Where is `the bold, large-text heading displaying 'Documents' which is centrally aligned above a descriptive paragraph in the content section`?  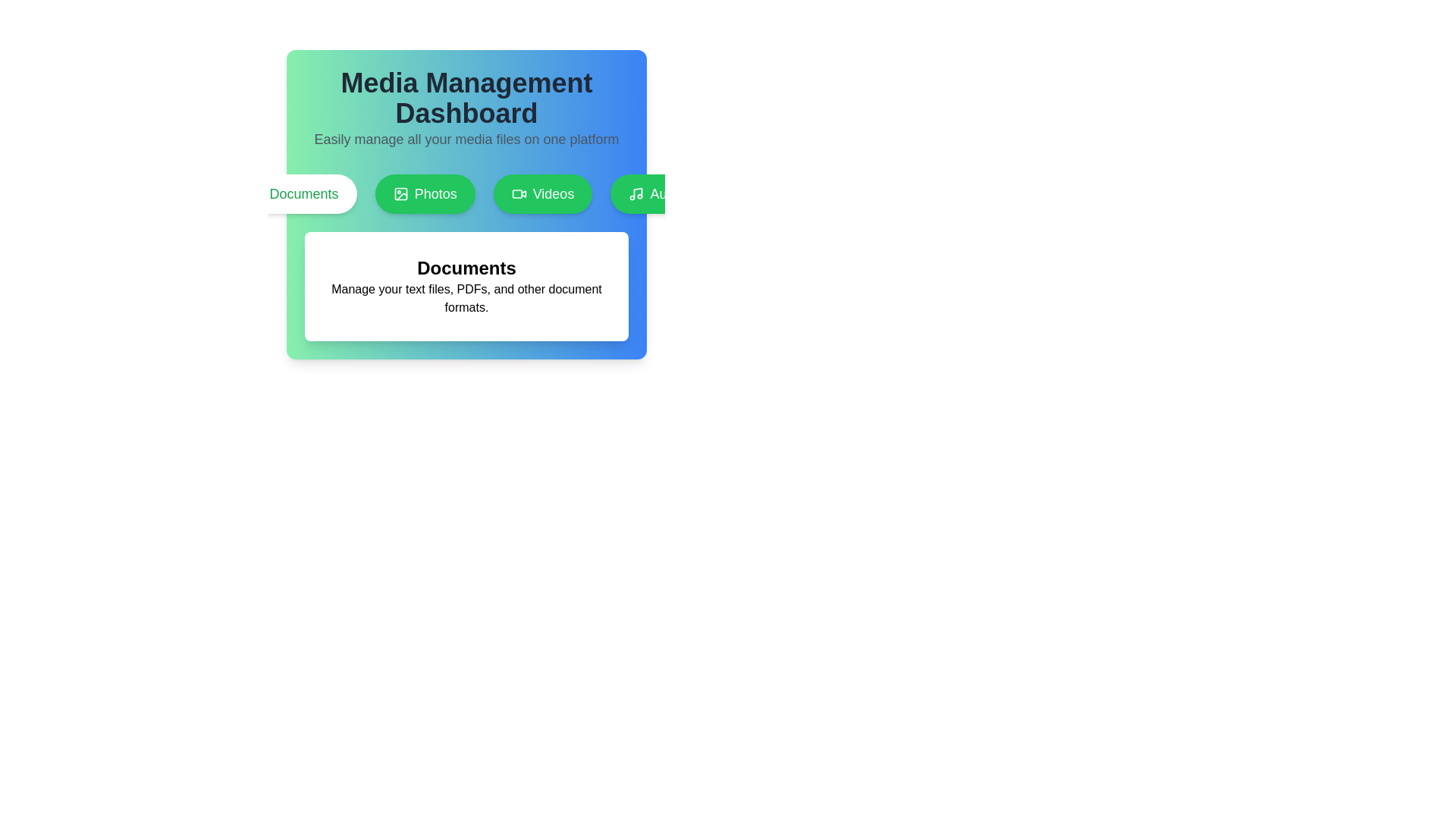
the bold, large-text heading displaying 'Documents' which is centrally aligned above a descriptive paragraph in the content section is located at coordinates (466, 268).